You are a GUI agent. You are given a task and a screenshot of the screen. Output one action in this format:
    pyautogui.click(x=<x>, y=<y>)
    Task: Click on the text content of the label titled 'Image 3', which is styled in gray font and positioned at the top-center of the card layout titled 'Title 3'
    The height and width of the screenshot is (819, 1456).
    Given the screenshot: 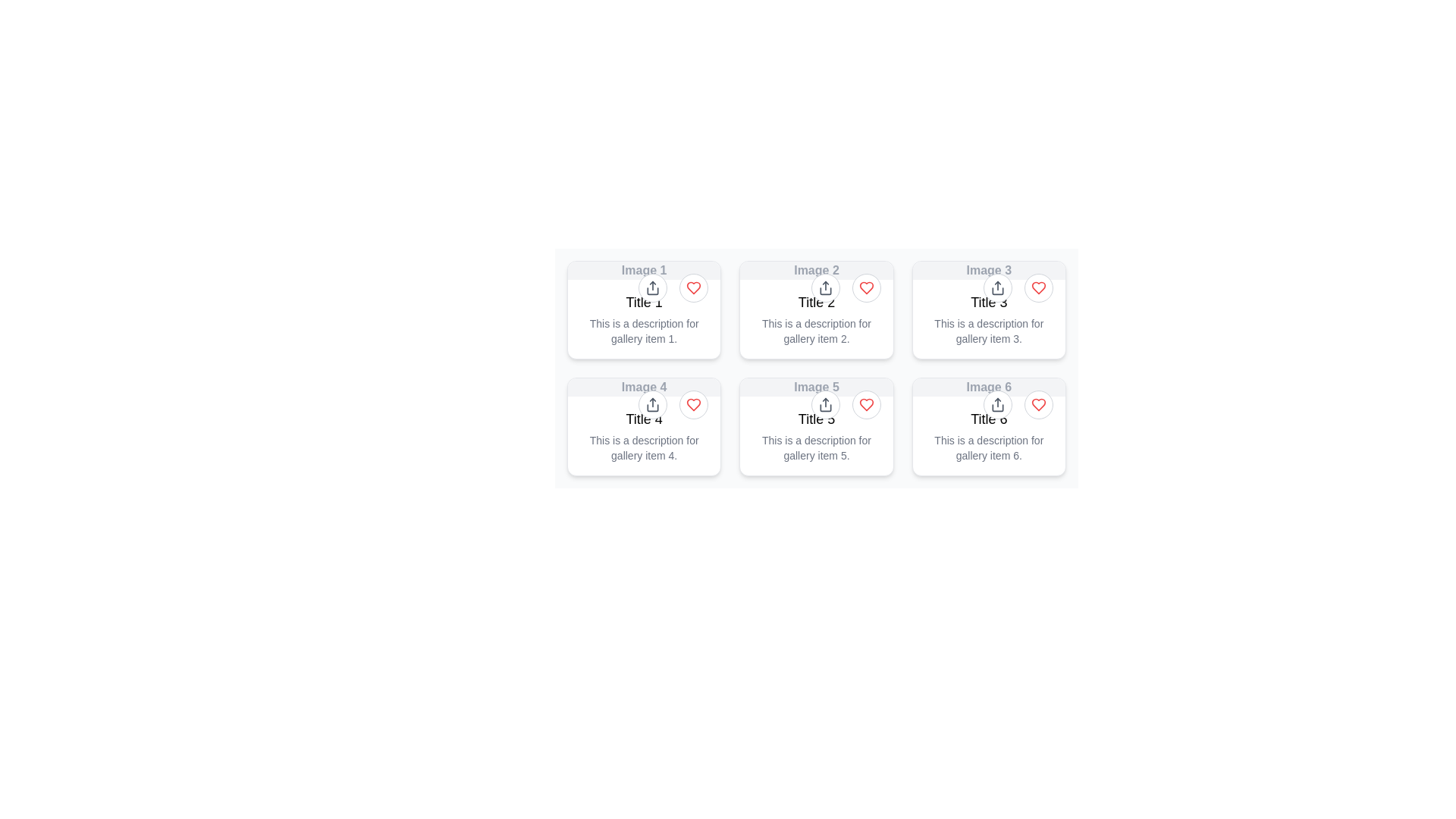 What is the action you would take?
    pyautogui.click(x=989, y=270)
    